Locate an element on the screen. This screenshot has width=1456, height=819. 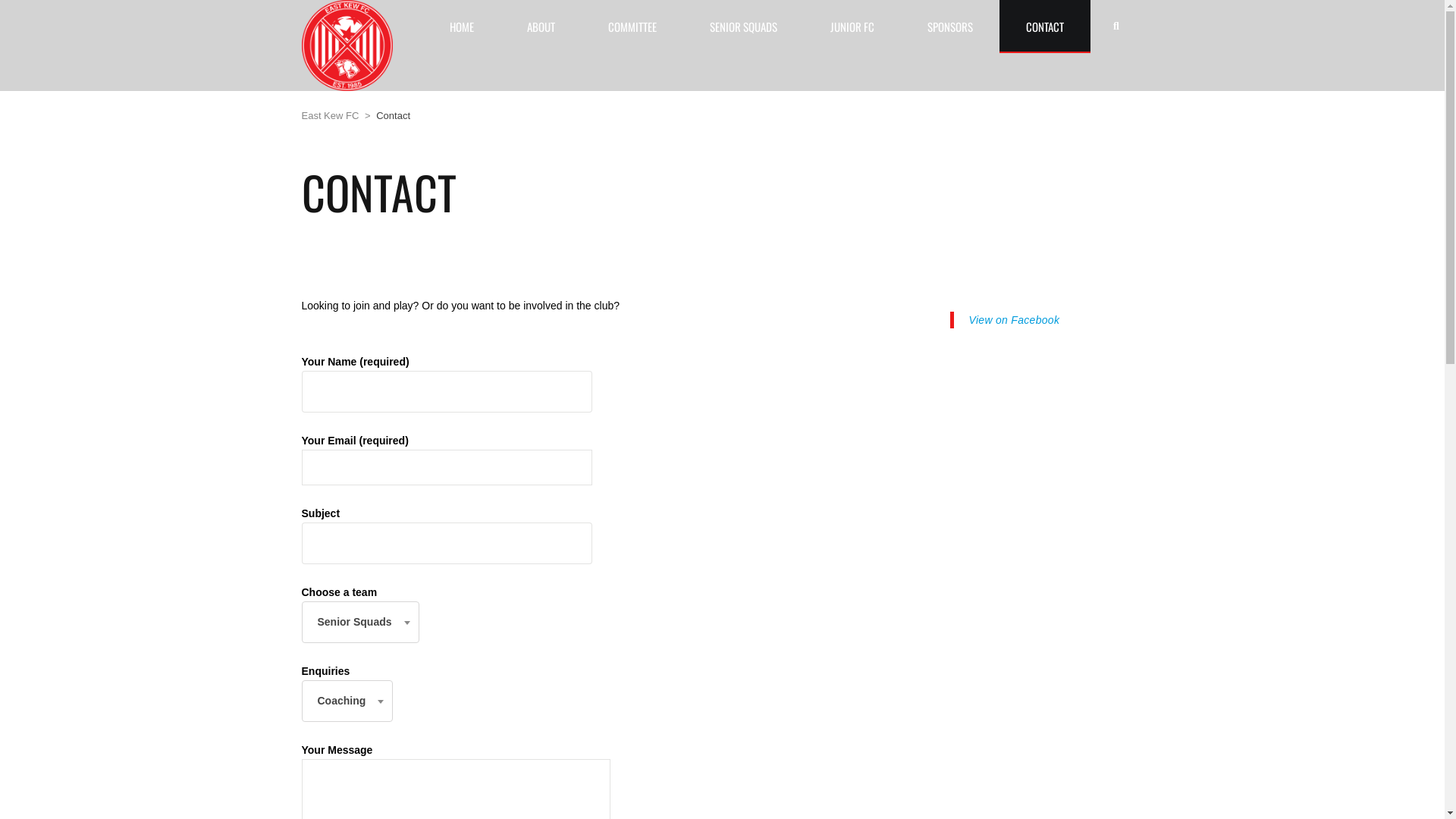
'CONTACT' is located at coordinates (1043, 26).